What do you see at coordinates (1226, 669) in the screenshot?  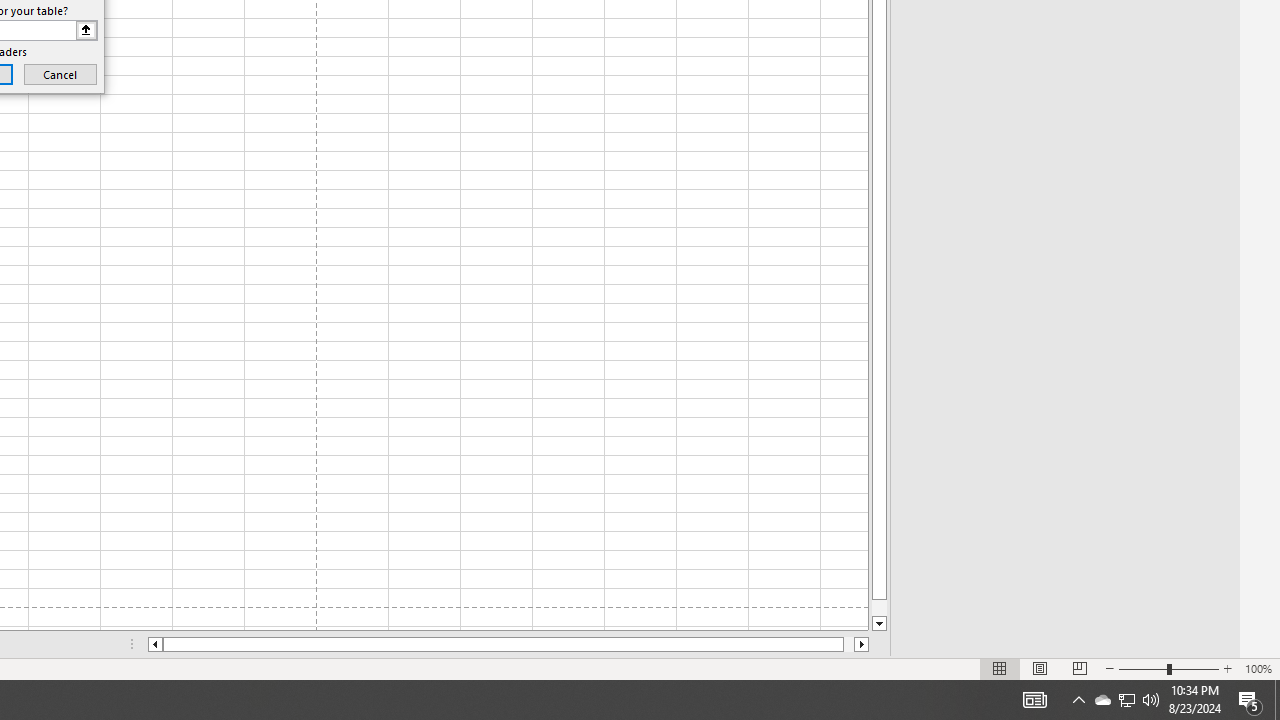 I see `'Zoom In'` at bounding box center [1226, 669].